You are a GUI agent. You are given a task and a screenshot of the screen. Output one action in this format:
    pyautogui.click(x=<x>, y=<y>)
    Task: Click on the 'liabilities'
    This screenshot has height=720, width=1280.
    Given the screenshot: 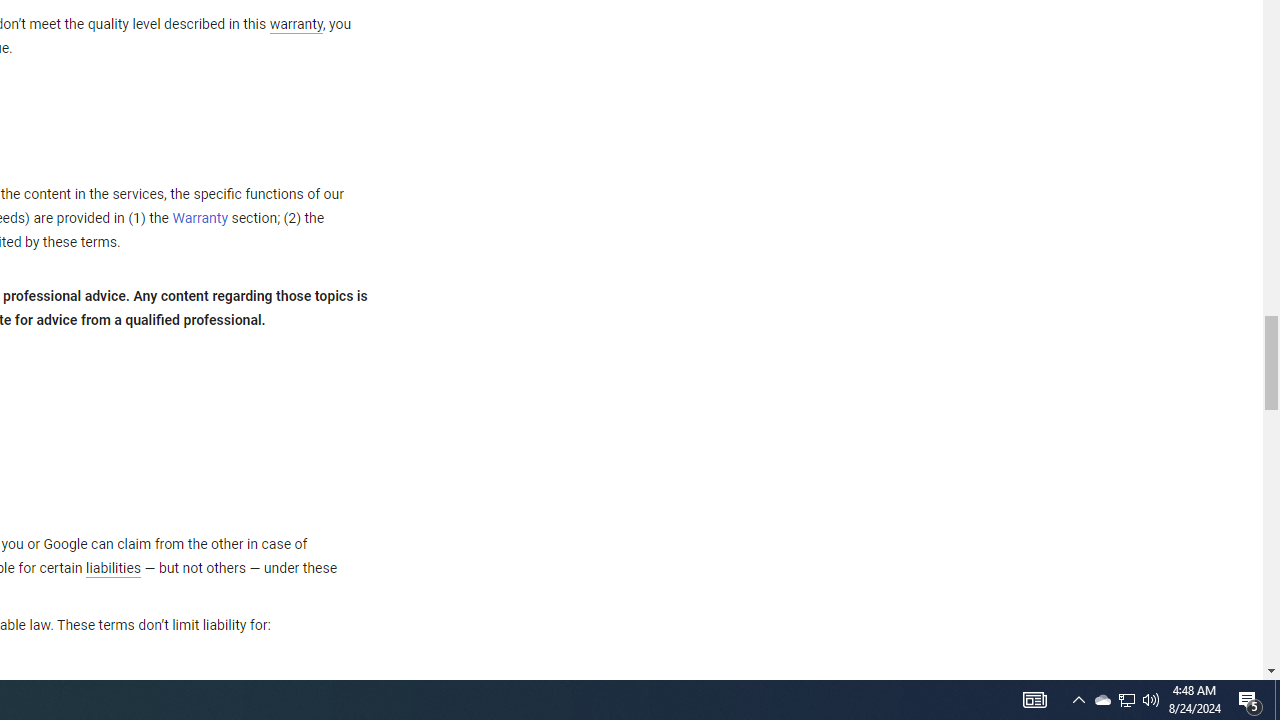 What is the action you would take?
    pyautogui.click(x=112, y=568)
    